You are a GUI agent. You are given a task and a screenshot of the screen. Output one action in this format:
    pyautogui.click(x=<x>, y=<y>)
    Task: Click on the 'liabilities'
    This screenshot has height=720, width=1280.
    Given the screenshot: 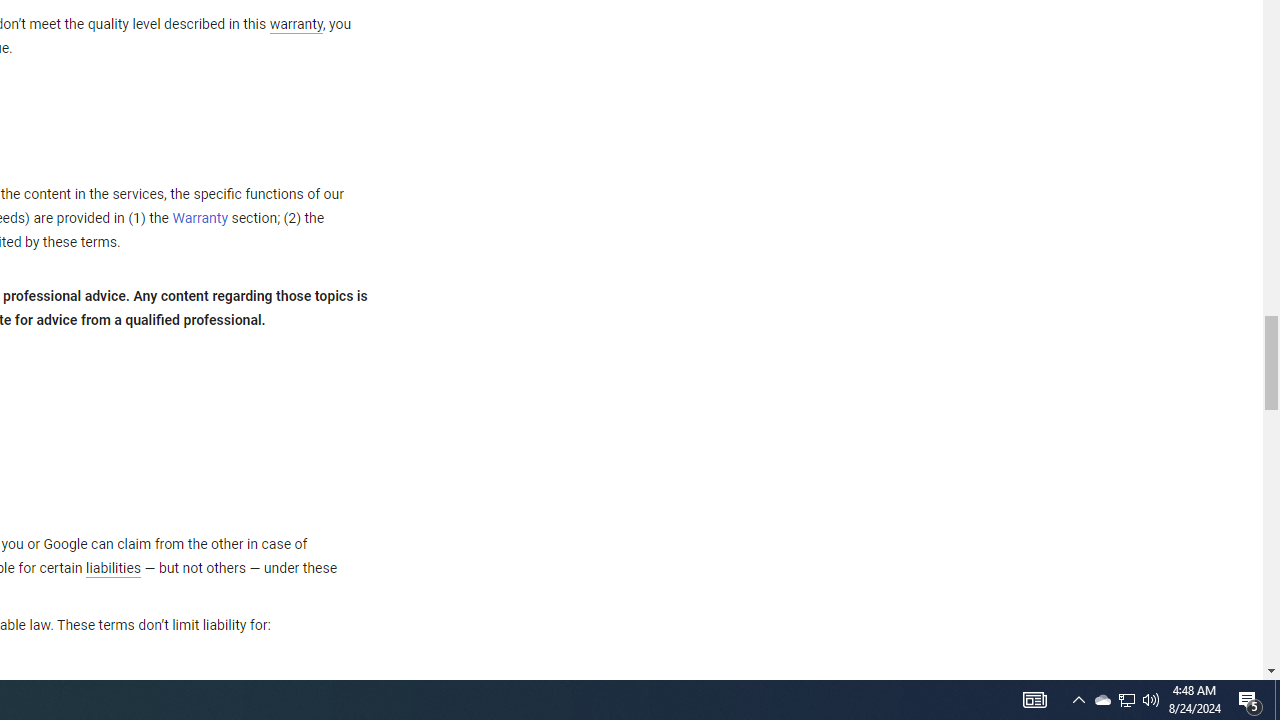 What is the action you would take?
    pyautogui.click(x=112, y=568)
    